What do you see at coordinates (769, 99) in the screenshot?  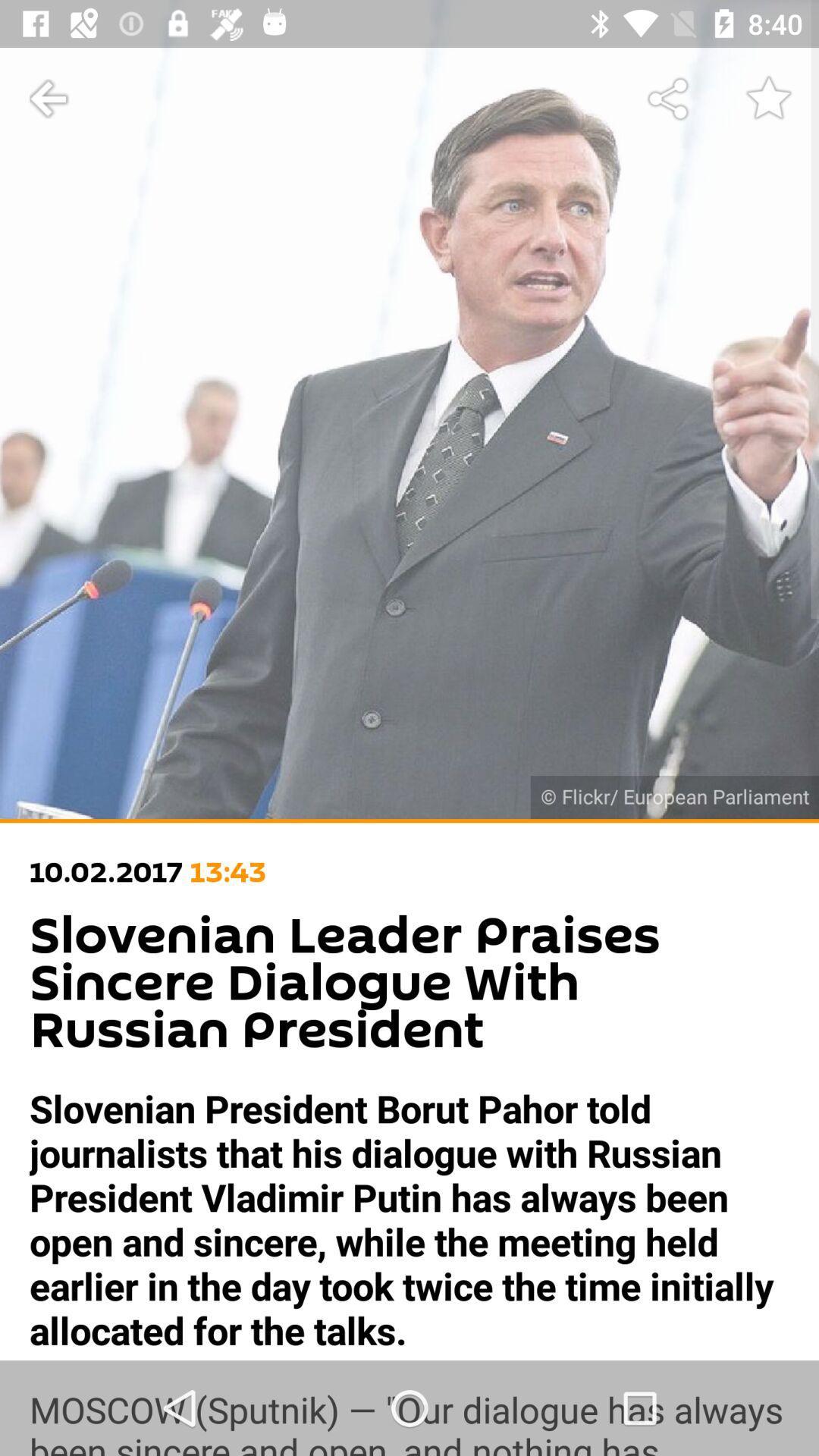 I see `the star icon` at bounding box center [769, 99].